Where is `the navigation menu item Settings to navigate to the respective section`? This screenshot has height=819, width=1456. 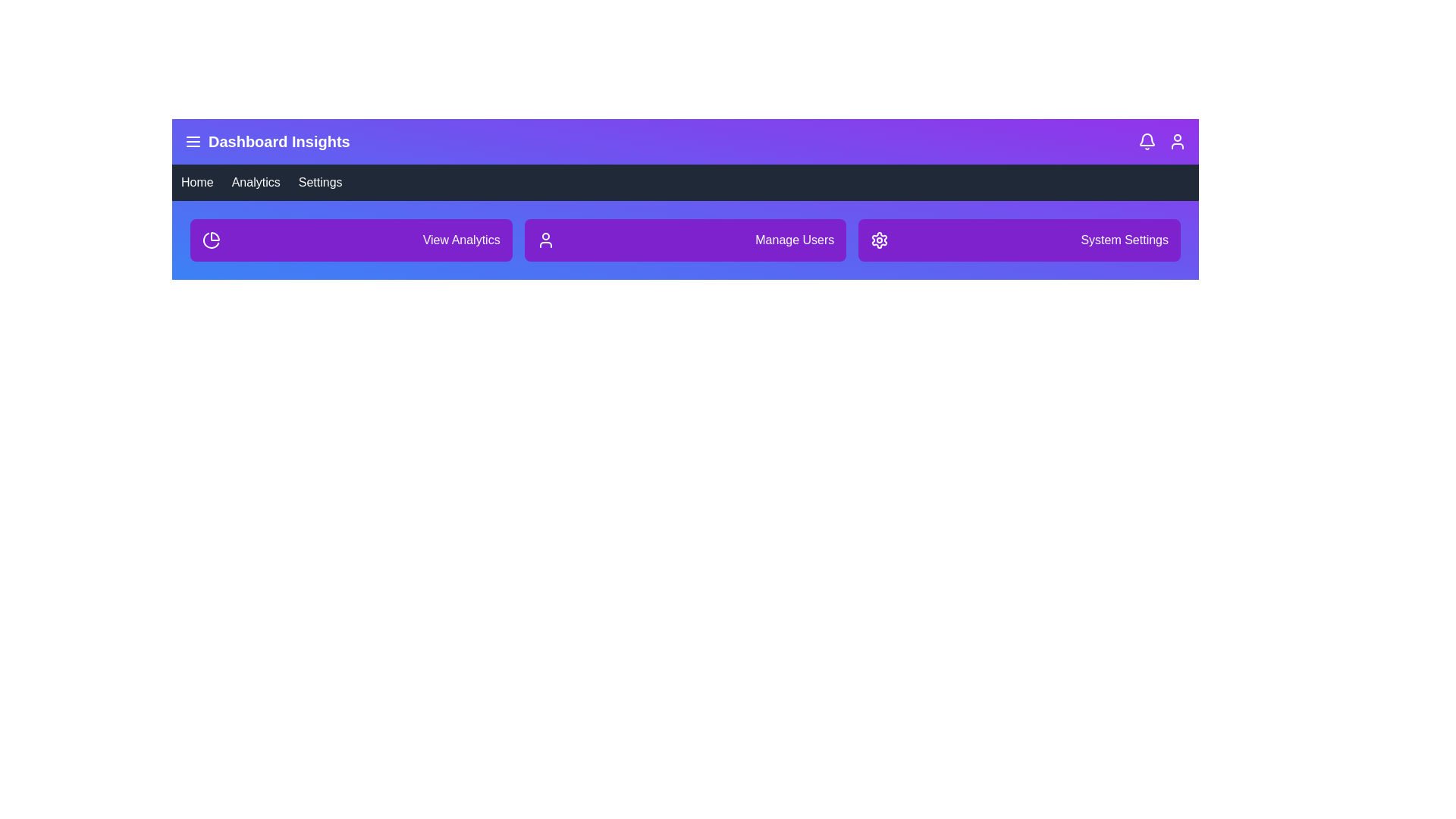
the navigation menu item Settings to navigate to the respective section is located at coordinates (319, 181).